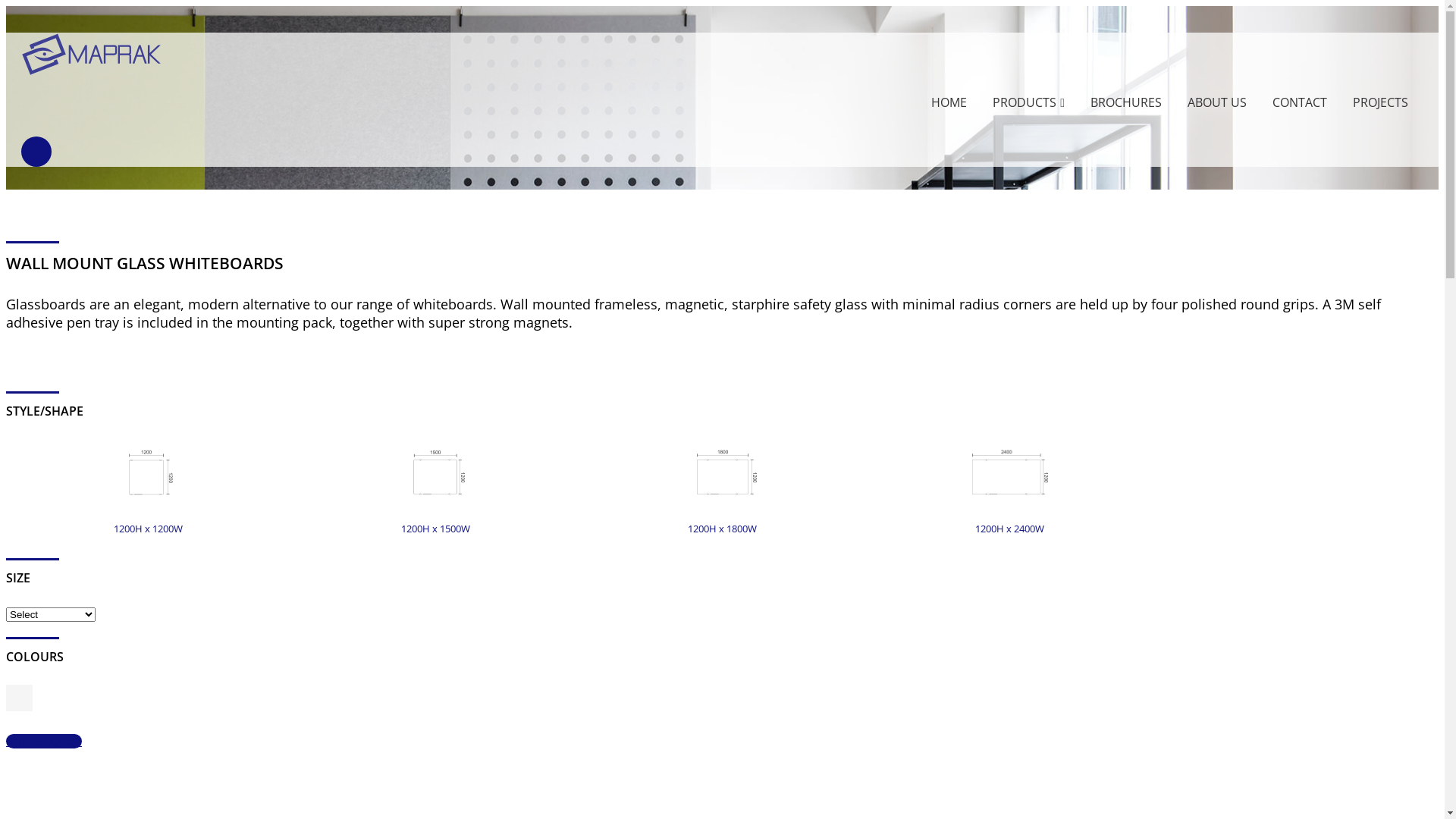 The height and width of the screenshot is (819, 1456). What do you see at coordinates (1269, 102) in the screenshot?
I see `'CONTACT'` at bounding box center [1269, 102].